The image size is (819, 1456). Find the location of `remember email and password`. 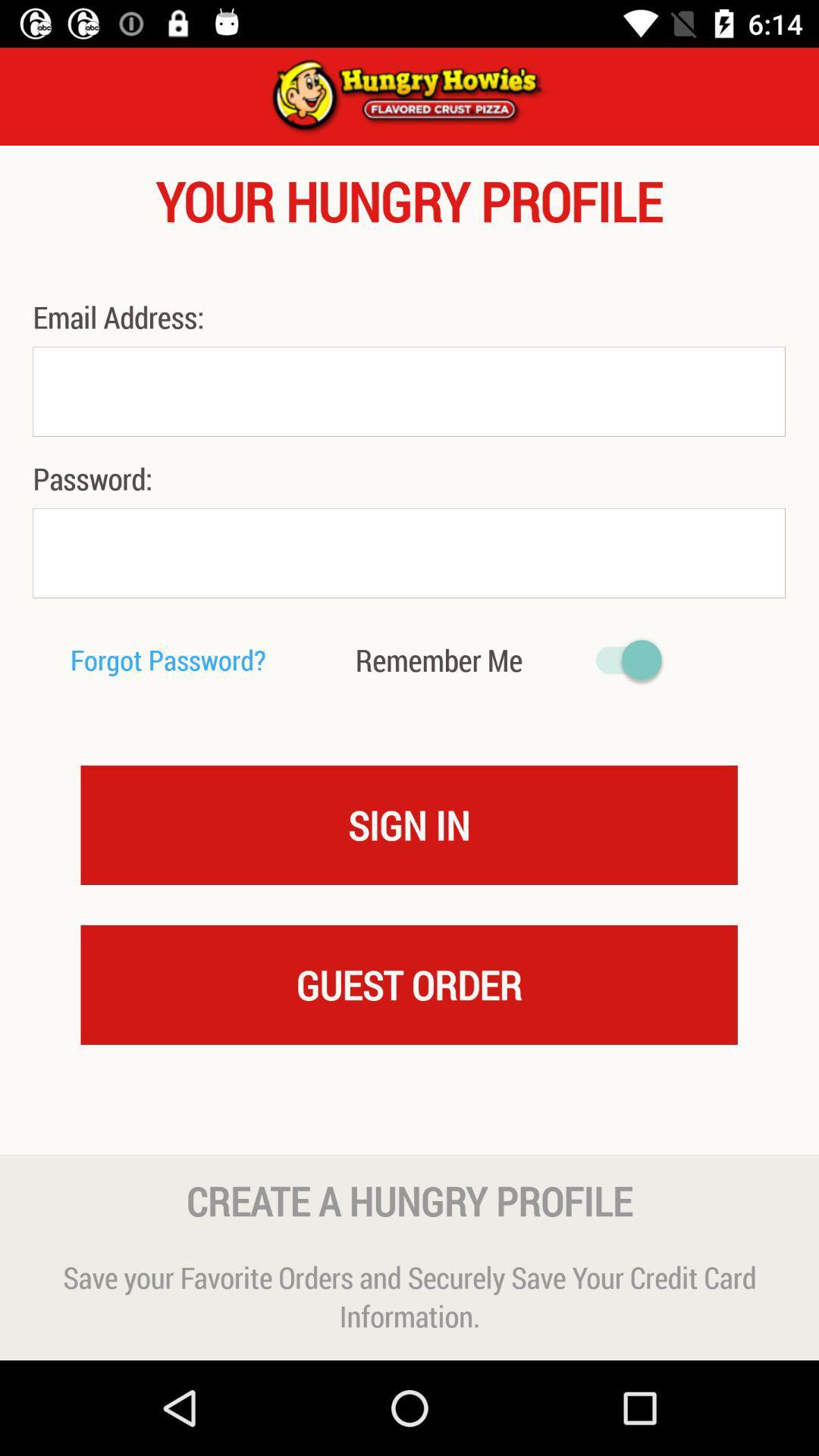

remember email and password is located at coordinates (621, 660).